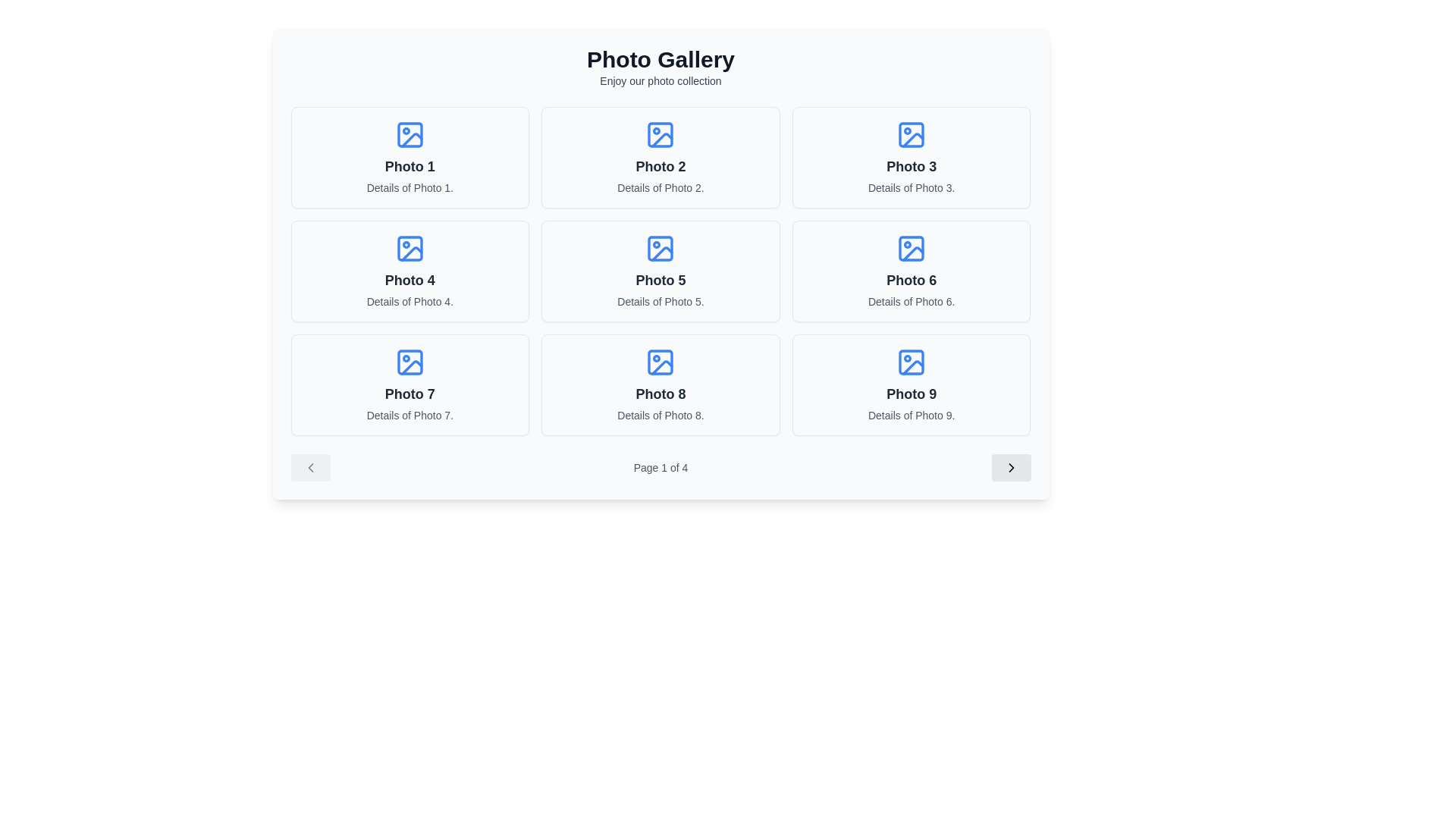 The image size is (1456, 819). I want to click on the text label displaying 'Photo 3' in a bold and large font style, located in the third card of the photo gallery grid, positioned between the blue image icon and the description text 'Details of Photo 3.', so click(911, 166).